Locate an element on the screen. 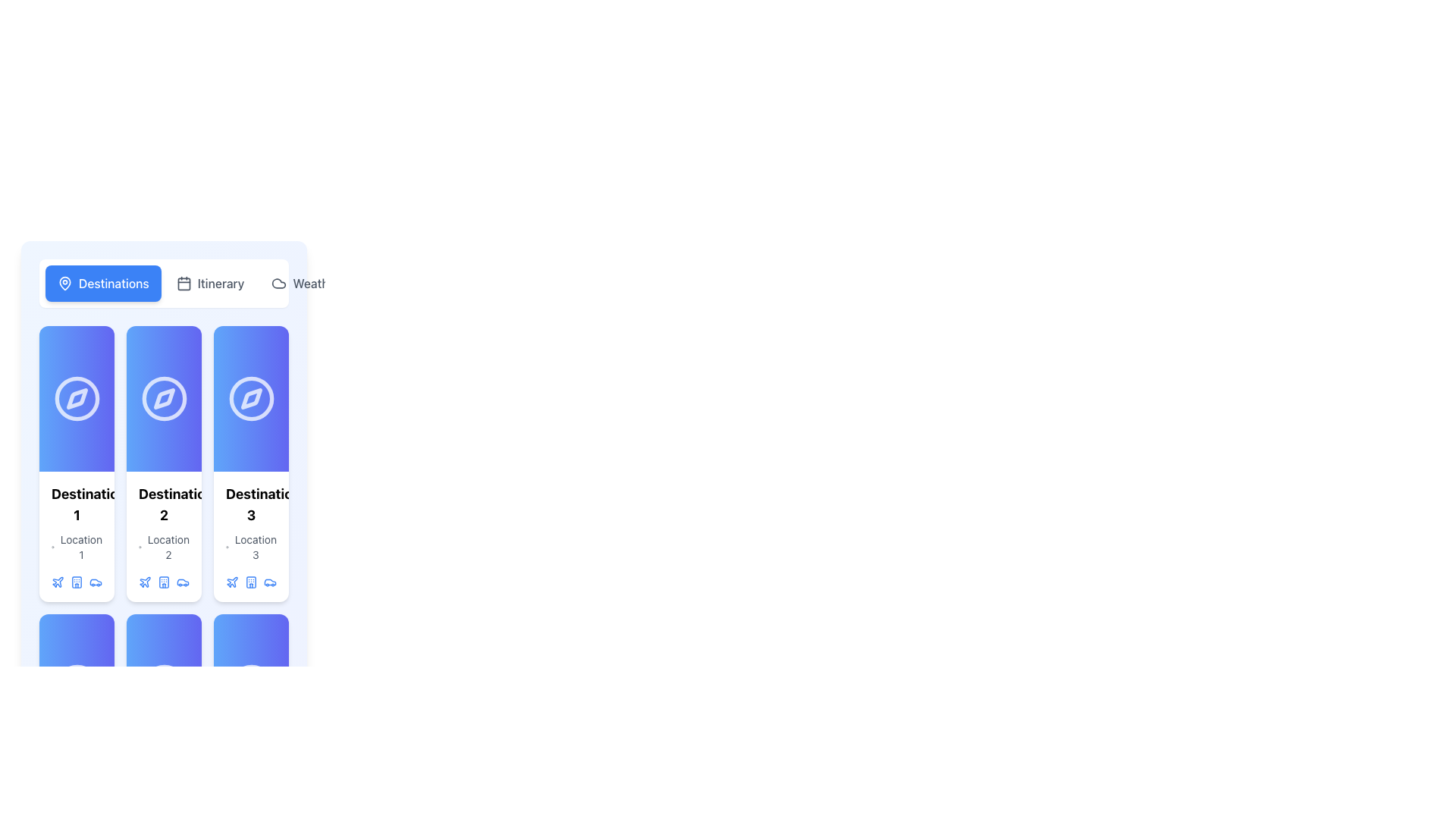  the calendar icon located in the navigation bar is located at coordinates (183, 284).